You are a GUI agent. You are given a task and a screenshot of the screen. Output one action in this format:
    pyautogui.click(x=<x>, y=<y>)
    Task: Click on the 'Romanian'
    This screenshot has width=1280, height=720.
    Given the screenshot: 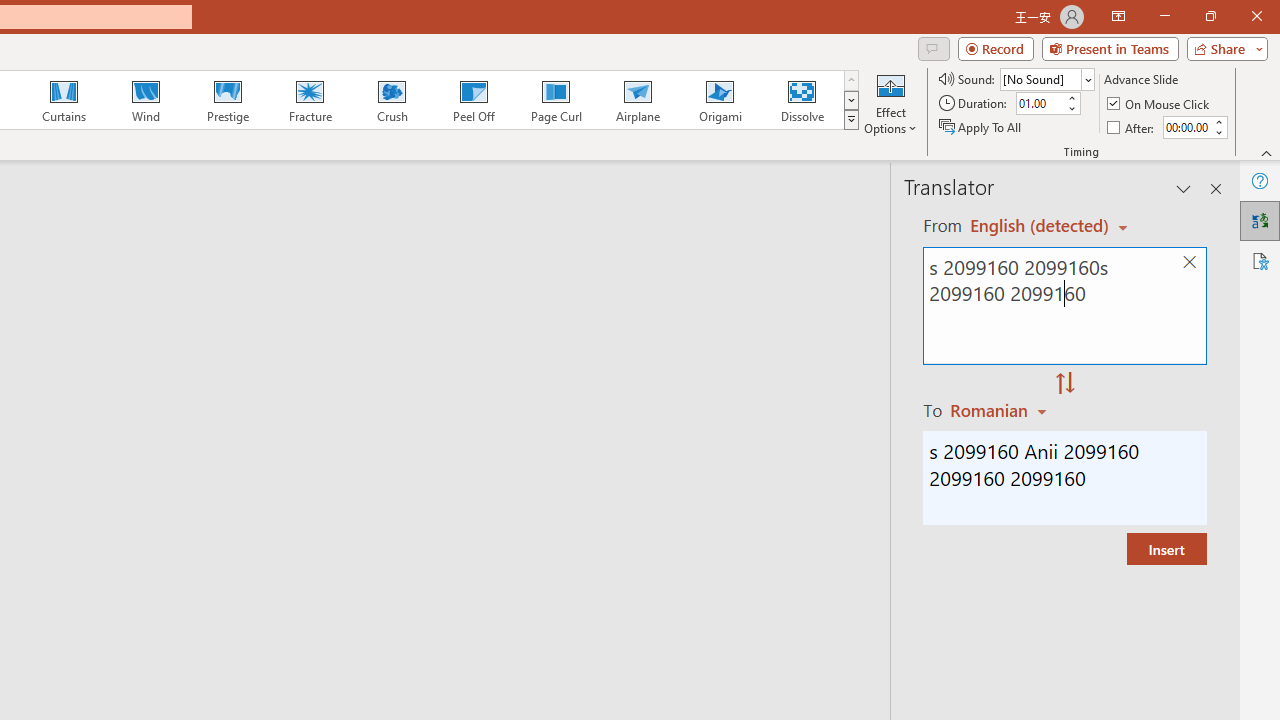 What is the action you would take?
    pyautogui.click(x=1001, y=409)
    